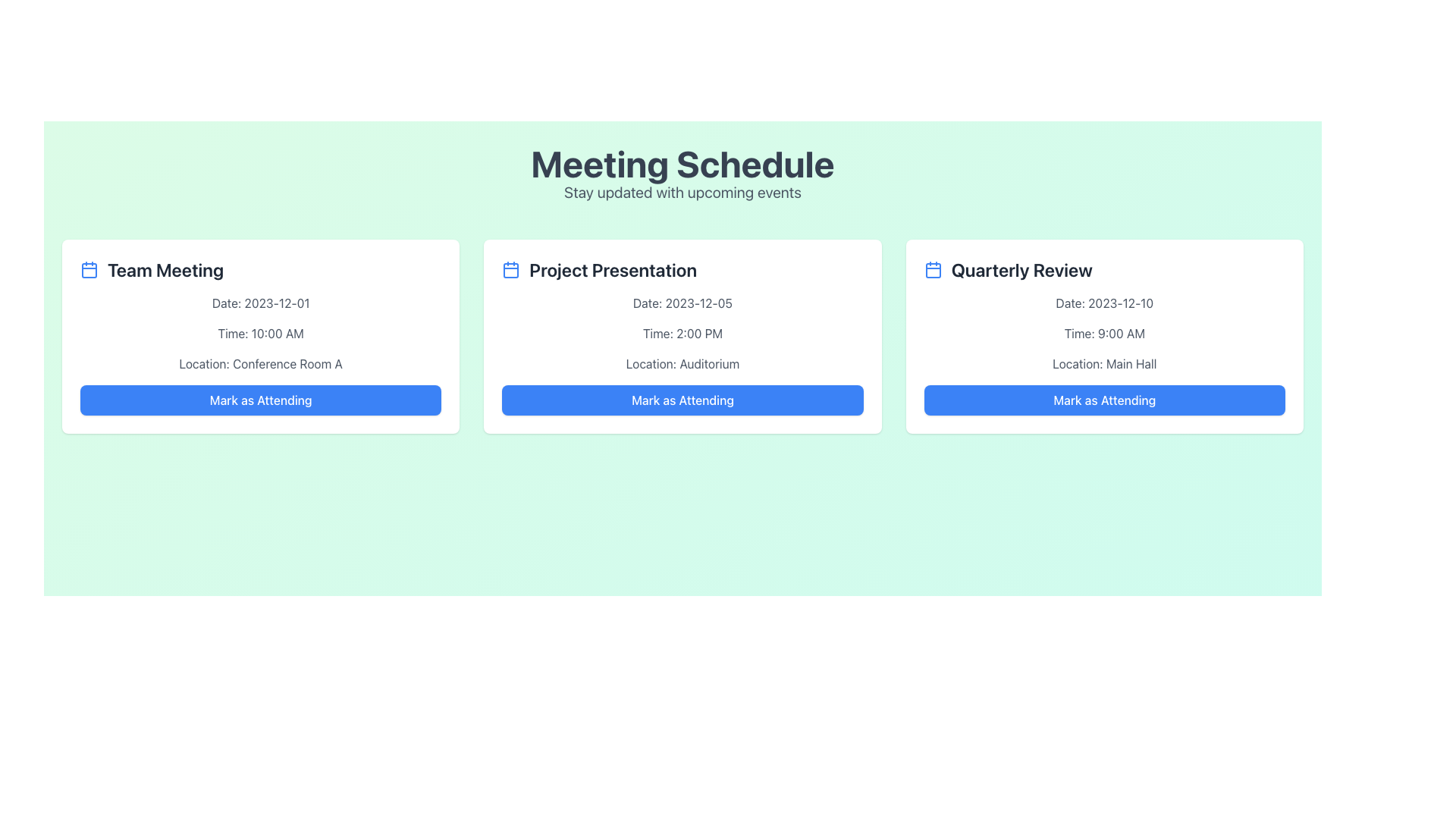 Image resolution: width=1456 pixels, height=819 pixels. What do you see at coordinates (932, 268) in the screenshot?
I see `the static calendar icon associated with the 'Quarterly Review' event, located at the top-left of the event card` at bounding box center [932, 268].